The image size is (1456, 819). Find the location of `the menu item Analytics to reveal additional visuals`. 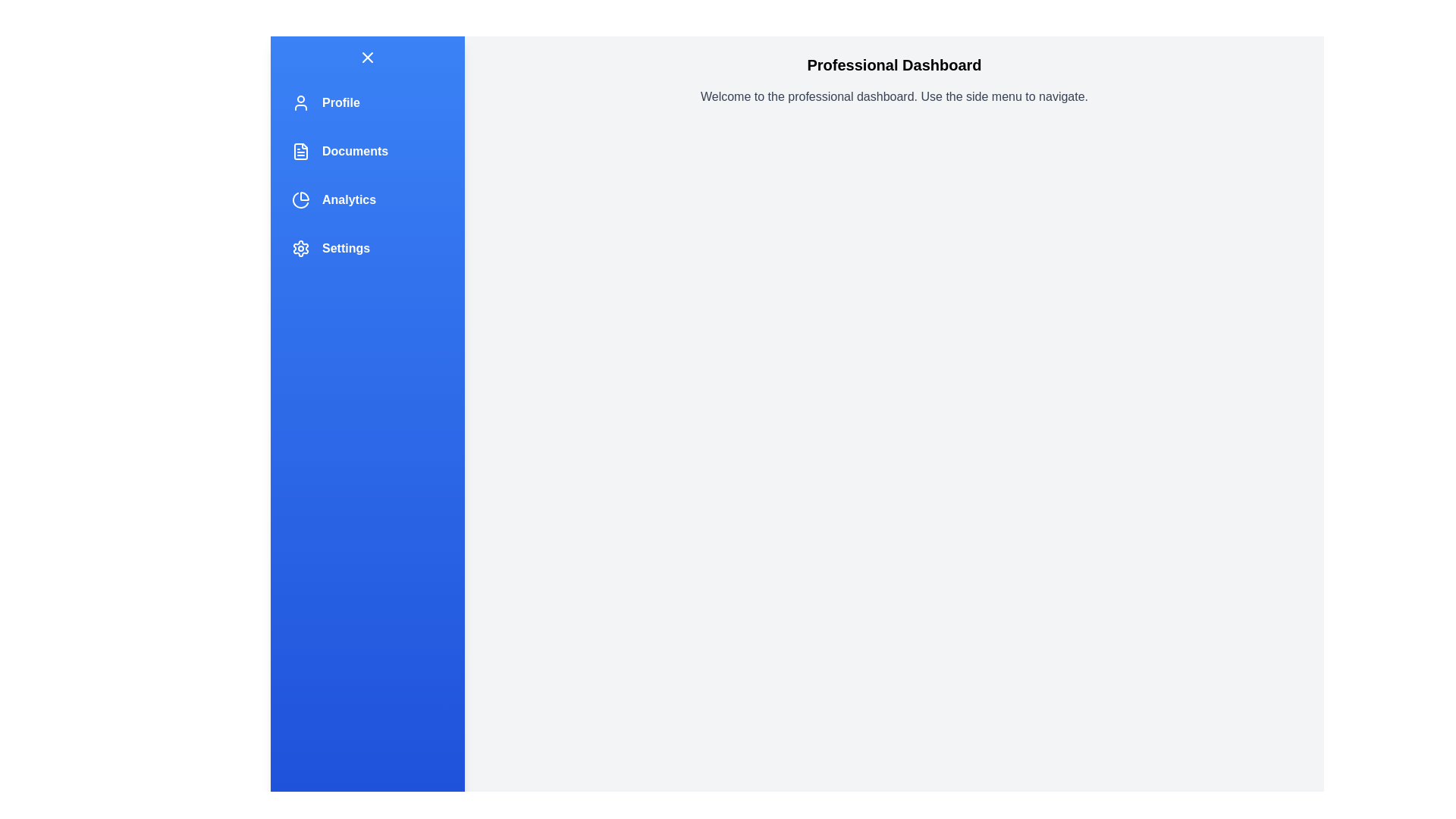

the menu item Analytics to reveal additional visuals is located at coordinates (367, 199).